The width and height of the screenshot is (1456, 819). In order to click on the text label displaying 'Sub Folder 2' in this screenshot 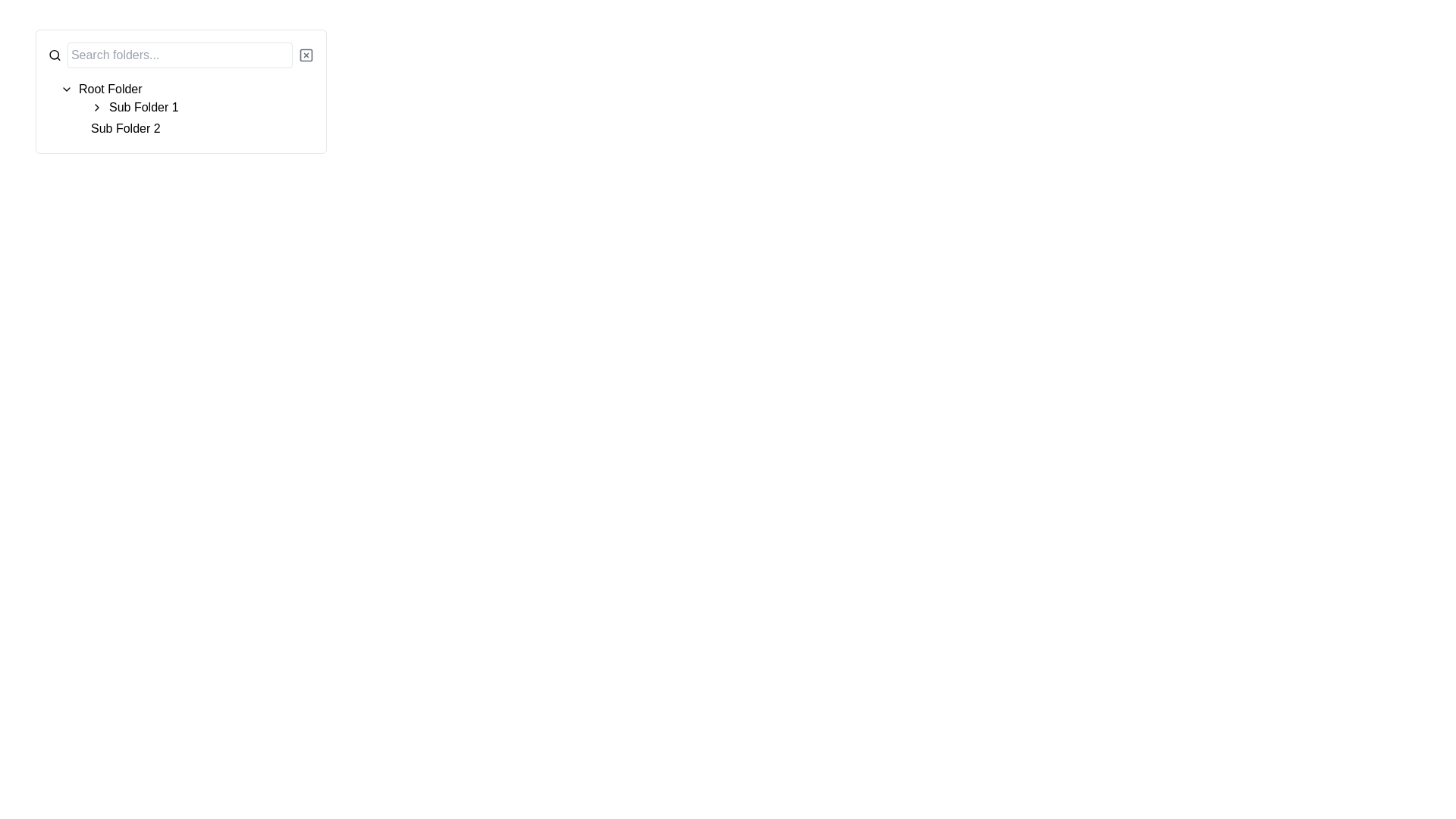, I will do `click(125, 127)`.